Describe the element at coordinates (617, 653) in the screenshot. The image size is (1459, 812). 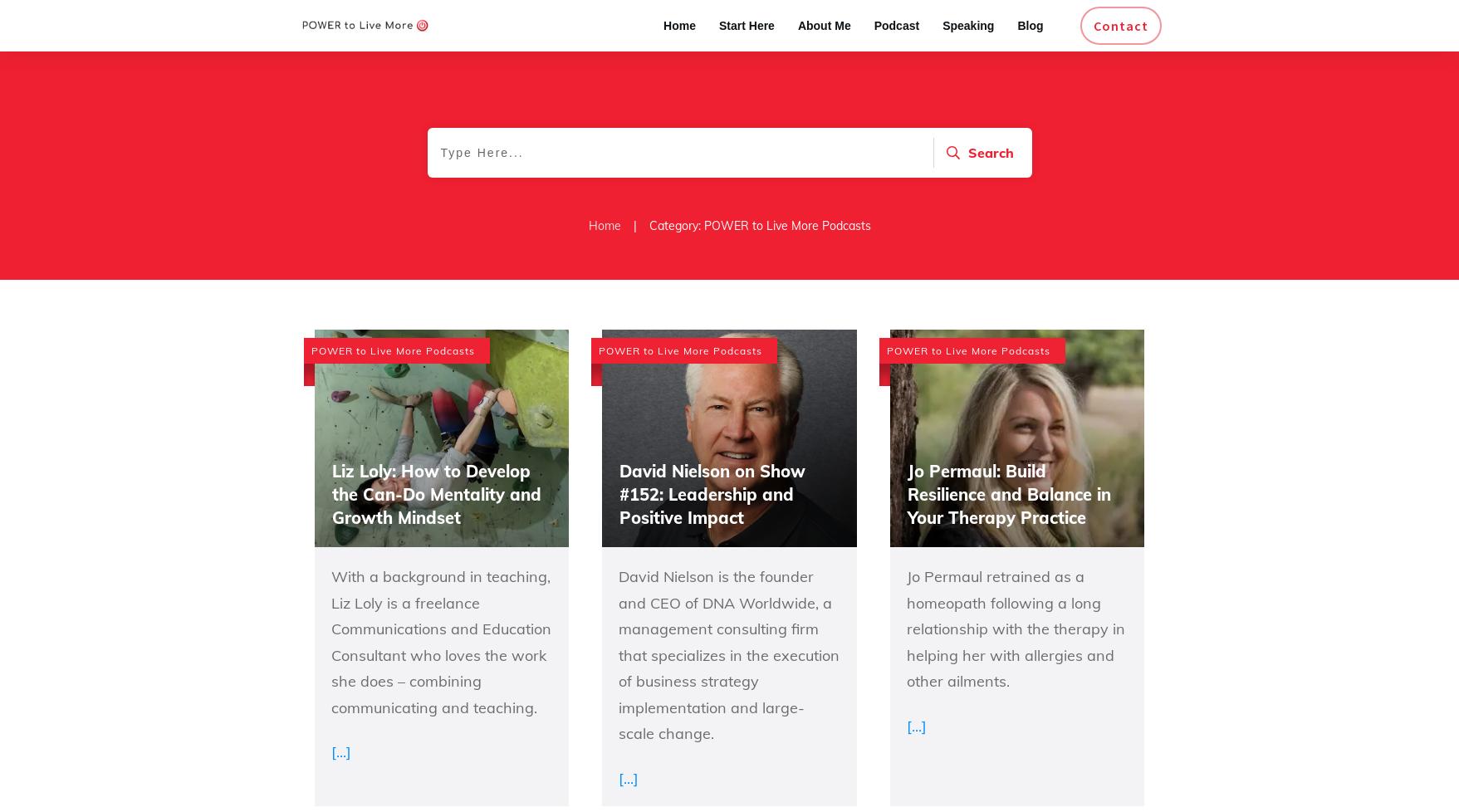
I see `'David Nielson is the founder and CEO of DNA Worldwide, a management consulting firm that specializes in the execution of business strategy implementation and large-scale change.'` at that location.